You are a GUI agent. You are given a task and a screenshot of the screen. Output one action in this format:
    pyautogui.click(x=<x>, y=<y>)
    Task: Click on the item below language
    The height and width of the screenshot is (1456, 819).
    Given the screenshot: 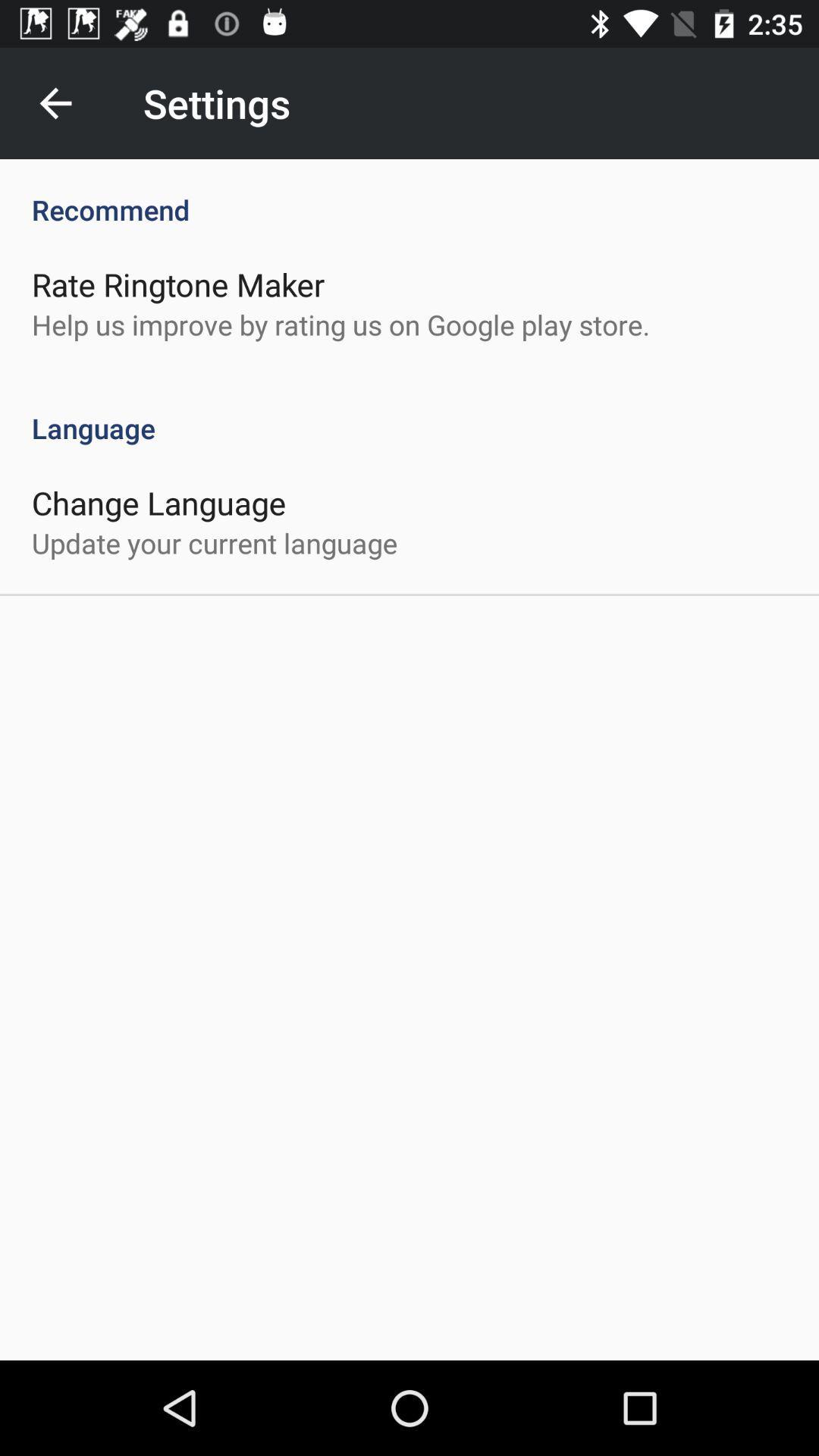 What is the action you would take?
    pyautogui.click(x=158, y=502)
    